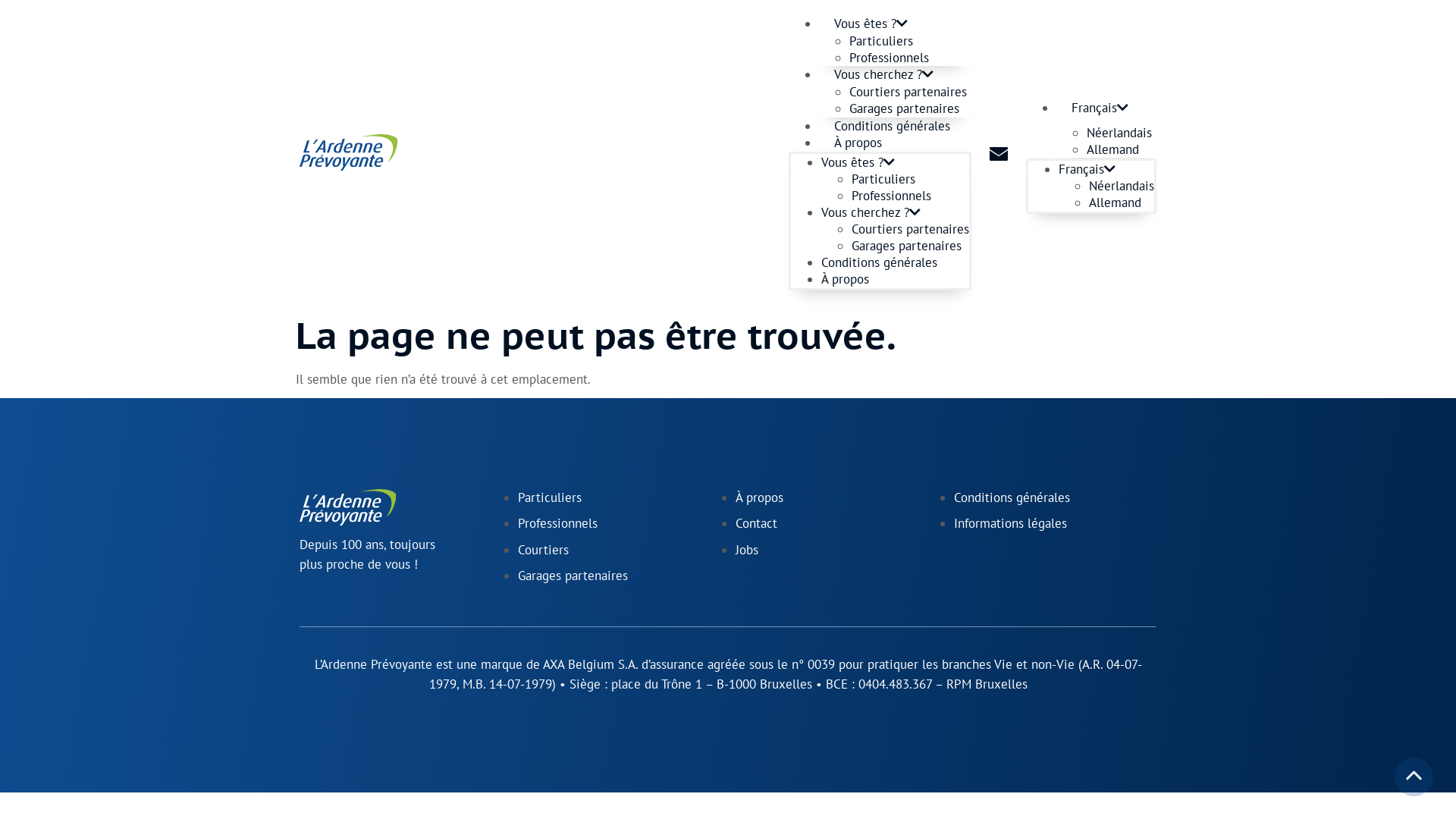  Describe the element at coordinates (516, 522) in the screenshot. I see `'Professionnels'` at that location.